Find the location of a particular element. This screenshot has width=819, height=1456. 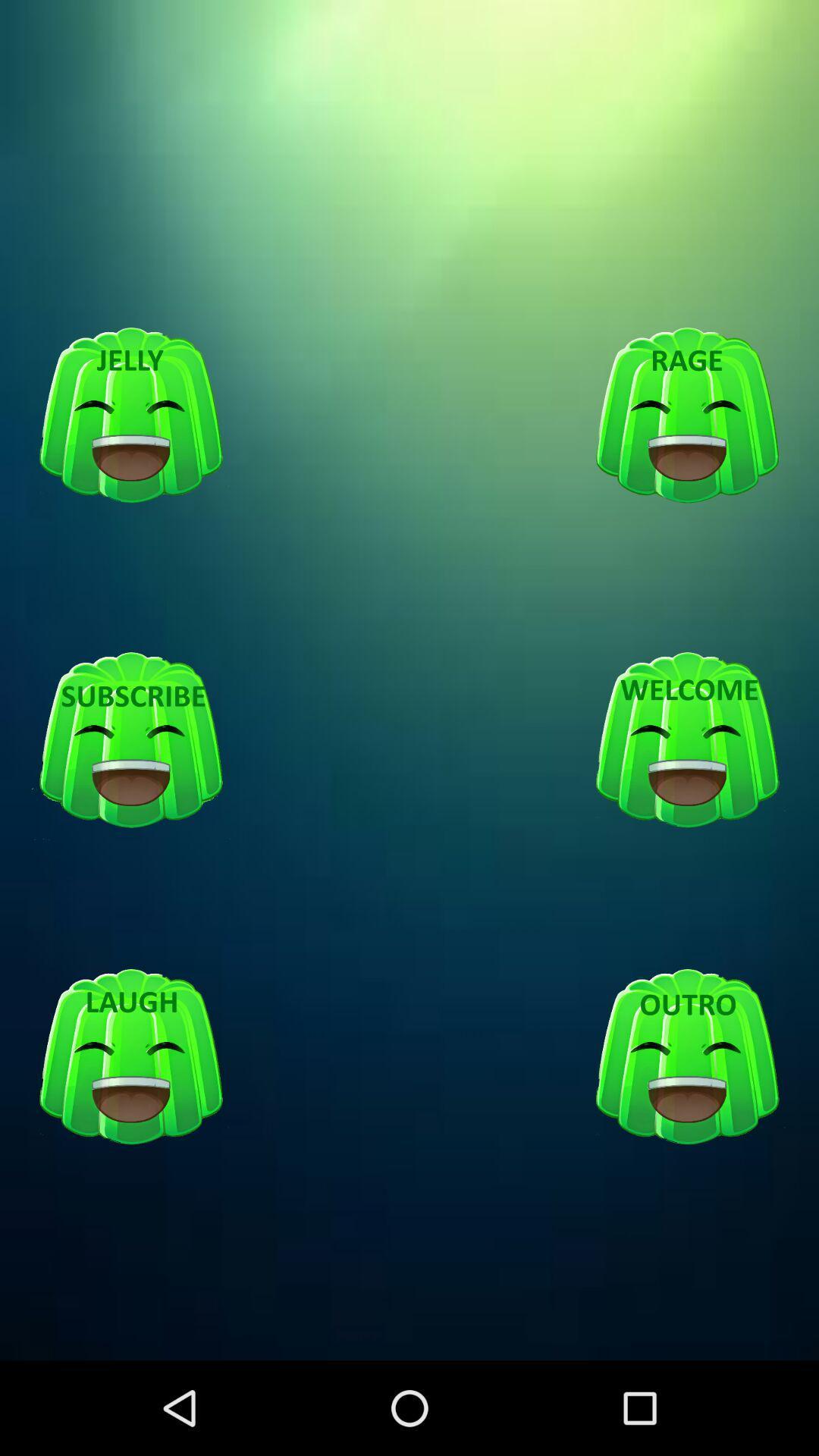

subcribe is located at coordinates (130, 741).